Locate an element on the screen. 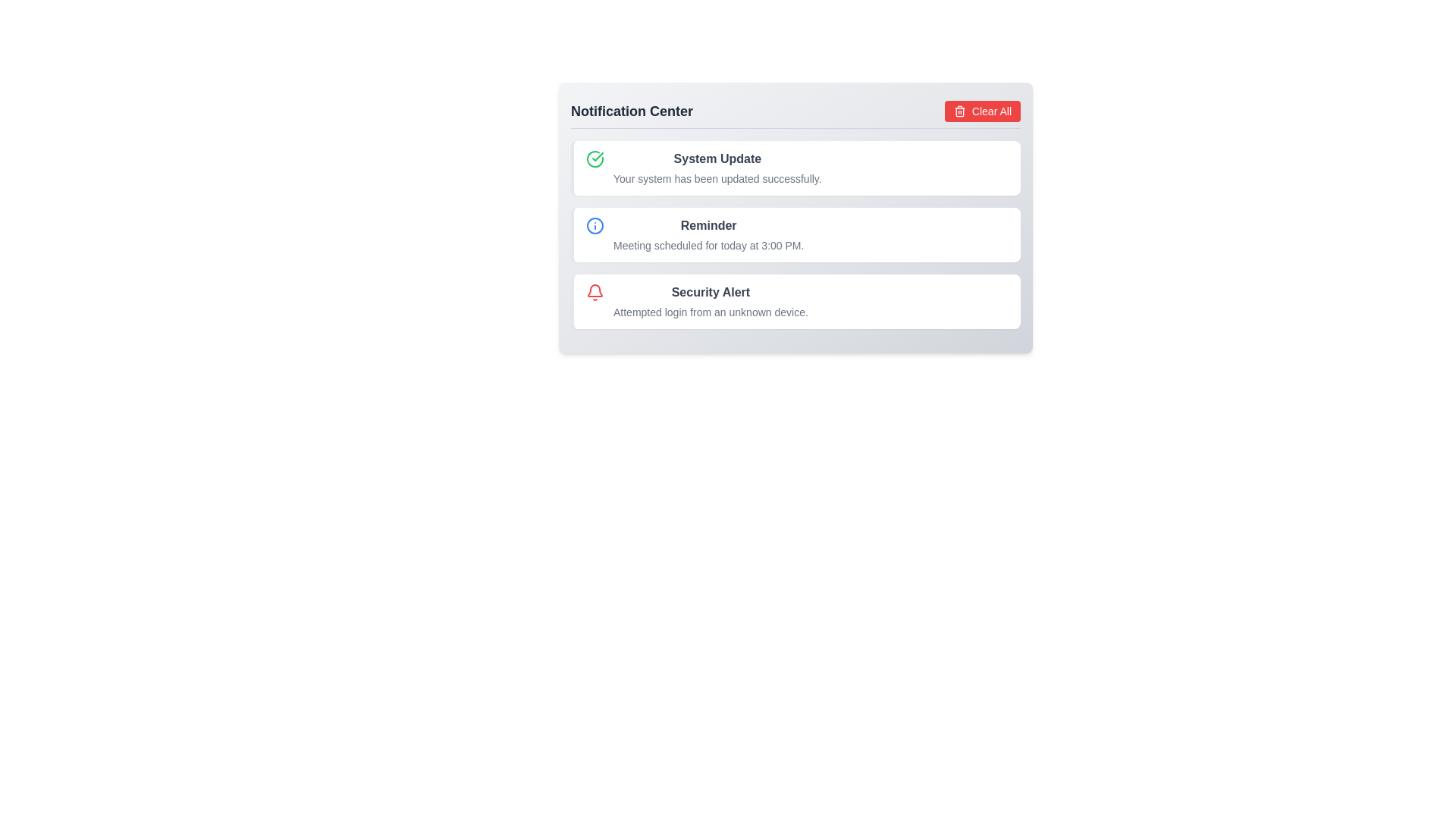  the second notification card in the Notification Center that reminds the user about a meeting scheduled for today at 3:00 PM is located at coordinates (795, 234).